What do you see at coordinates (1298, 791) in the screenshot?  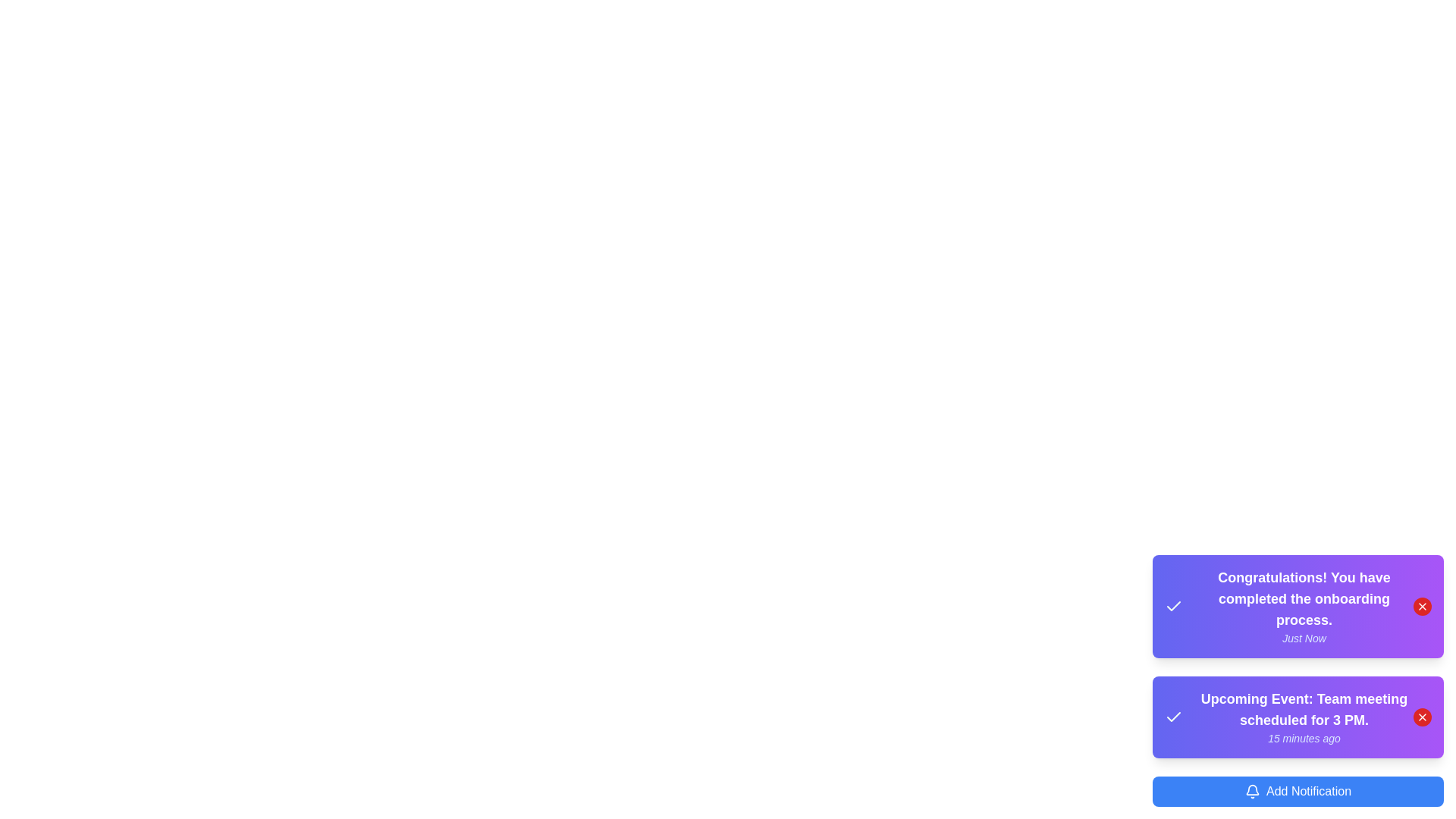 I see `the 'Add Notification' button to add a new notification` at bounding box center [1298, 791].